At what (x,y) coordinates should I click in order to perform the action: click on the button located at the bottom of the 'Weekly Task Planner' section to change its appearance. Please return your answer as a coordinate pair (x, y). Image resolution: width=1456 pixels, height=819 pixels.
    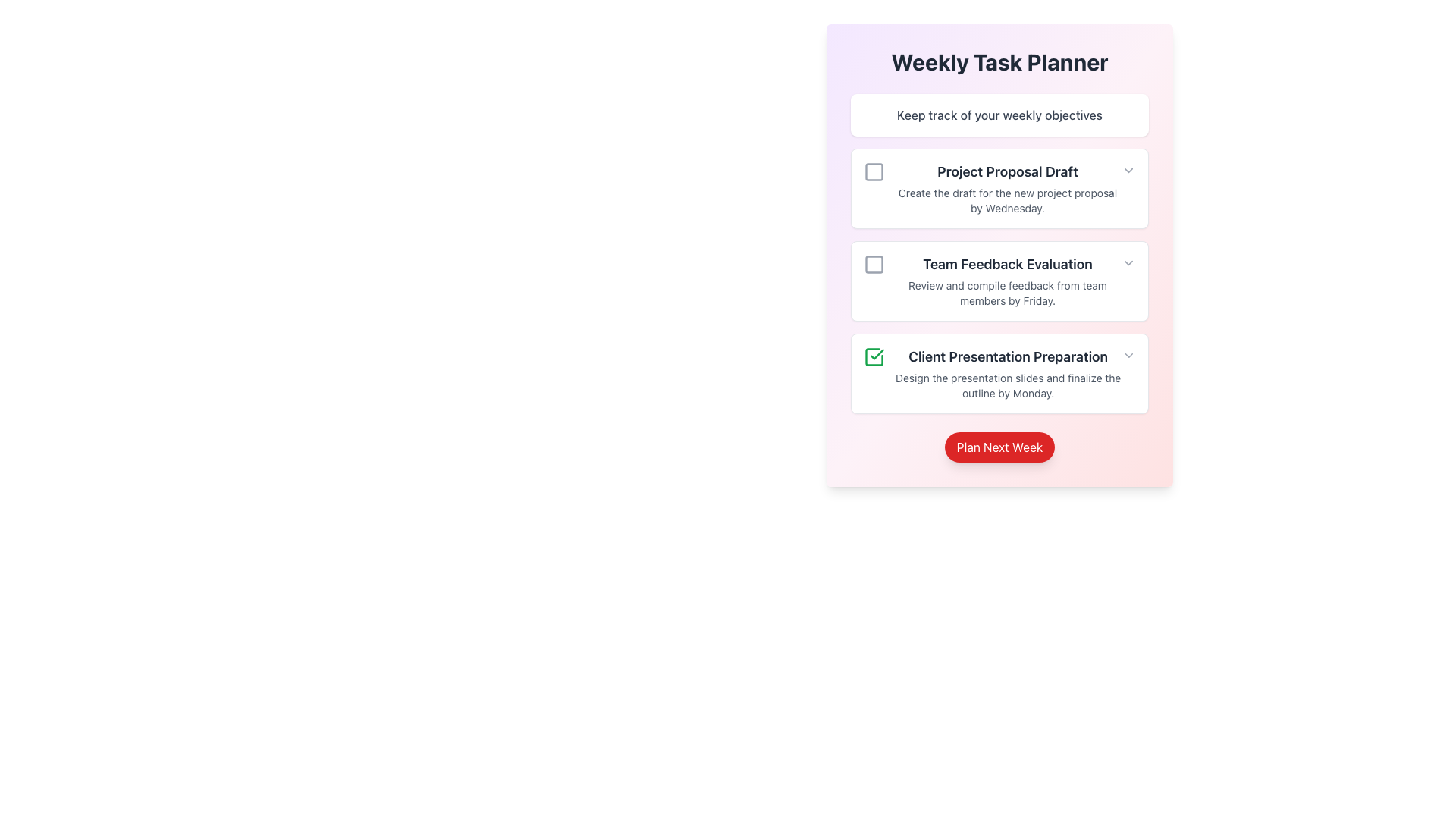
    Looking at the image, I should click on (999, 447).